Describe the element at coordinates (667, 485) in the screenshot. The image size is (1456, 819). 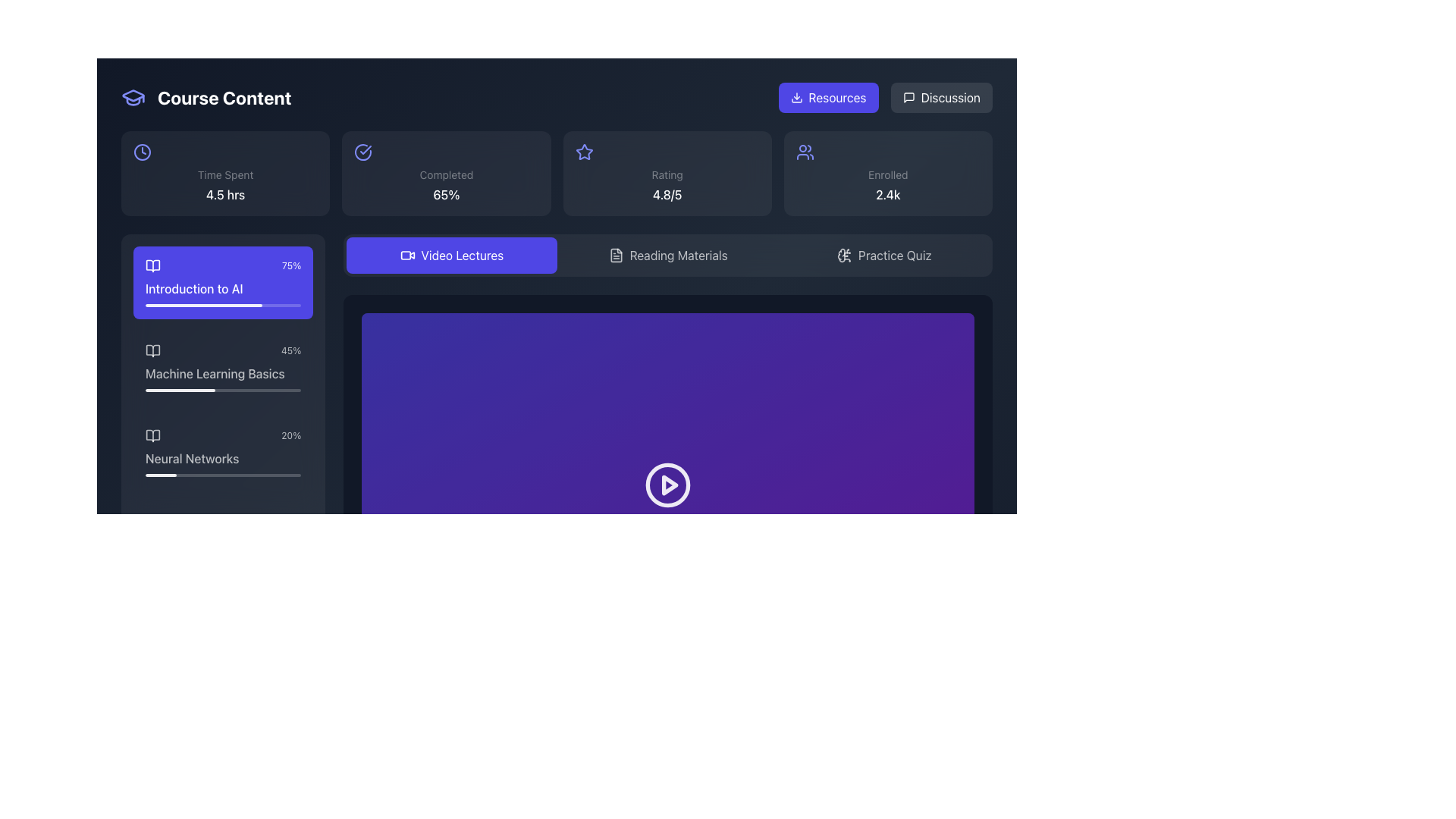
I see `the play button in the Video Preview Section to initiate video playback` at that location.